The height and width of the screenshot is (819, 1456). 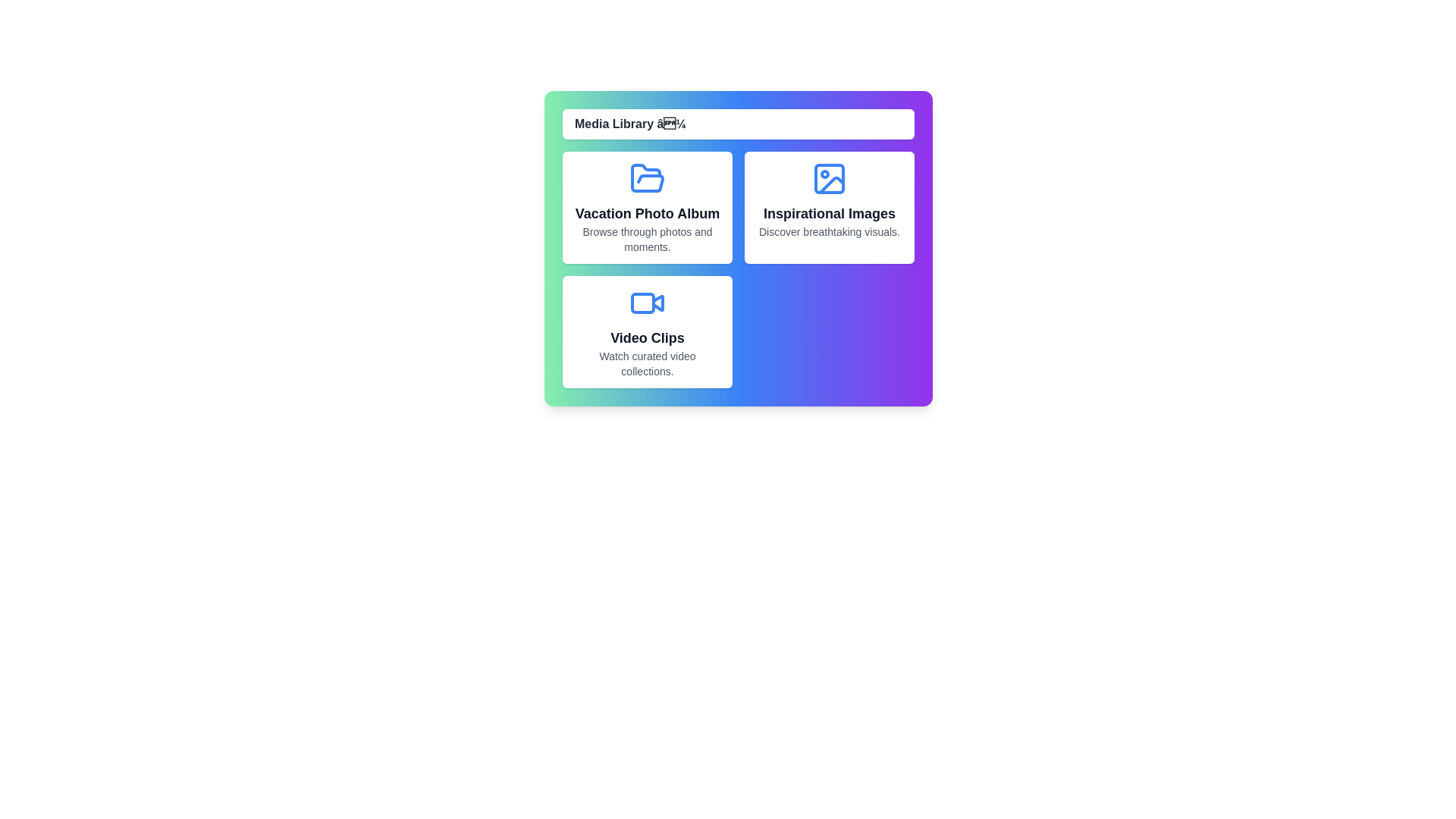 I want to click on the media item Vacation Photo Album to focus on it, so click(x=648, y=207).